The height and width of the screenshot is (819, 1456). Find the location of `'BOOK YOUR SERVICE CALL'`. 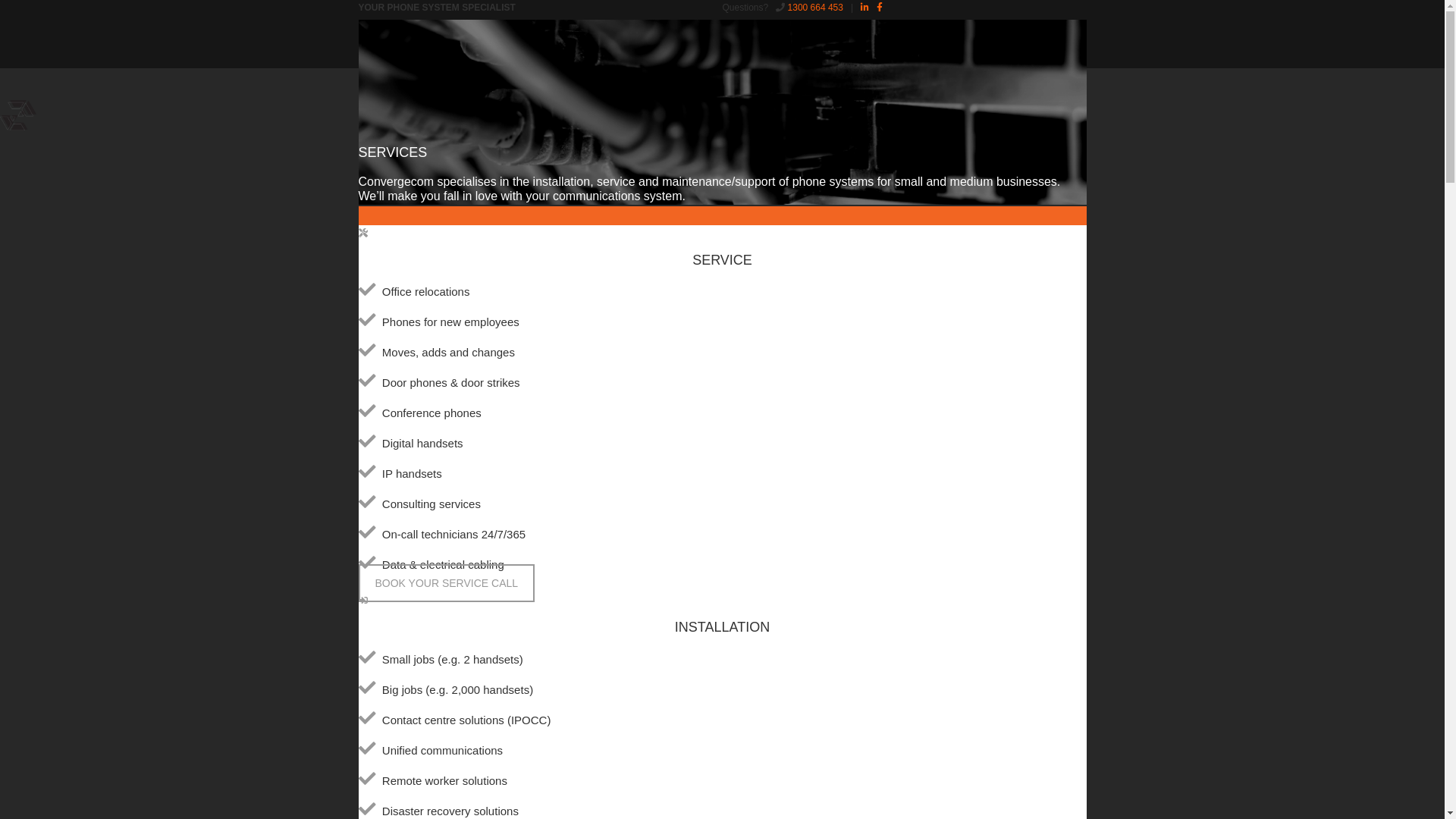

'BOOK YOUR SERVICE CALL' is located at coordinates (445, 583).